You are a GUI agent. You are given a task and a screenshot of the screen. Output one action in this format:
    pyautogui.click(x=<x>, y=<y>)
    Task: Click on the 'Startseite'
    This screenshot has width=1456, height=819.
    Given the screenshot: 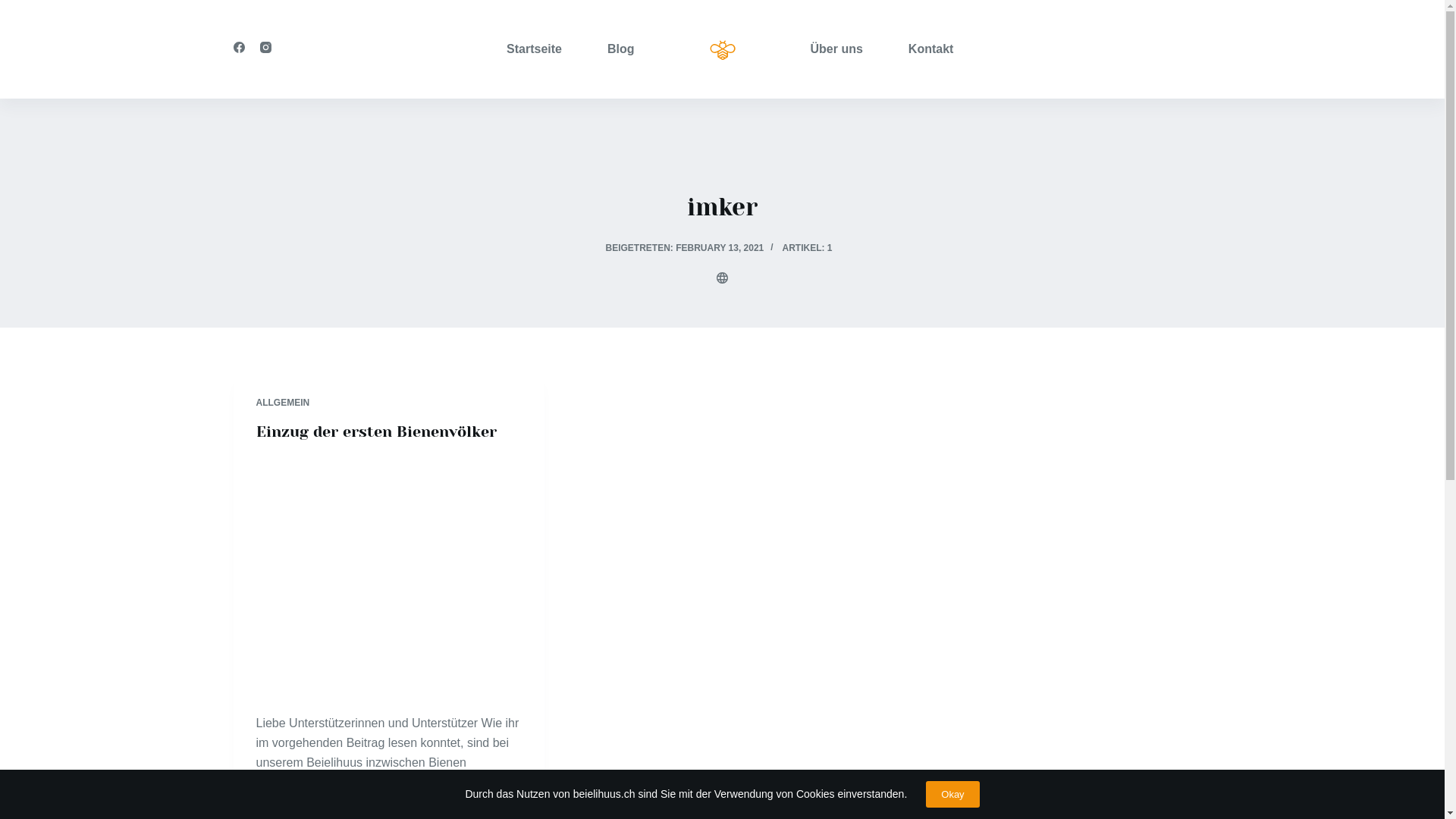 What is the action you would take?
    pyautogui.click(x=545, y=49)
    